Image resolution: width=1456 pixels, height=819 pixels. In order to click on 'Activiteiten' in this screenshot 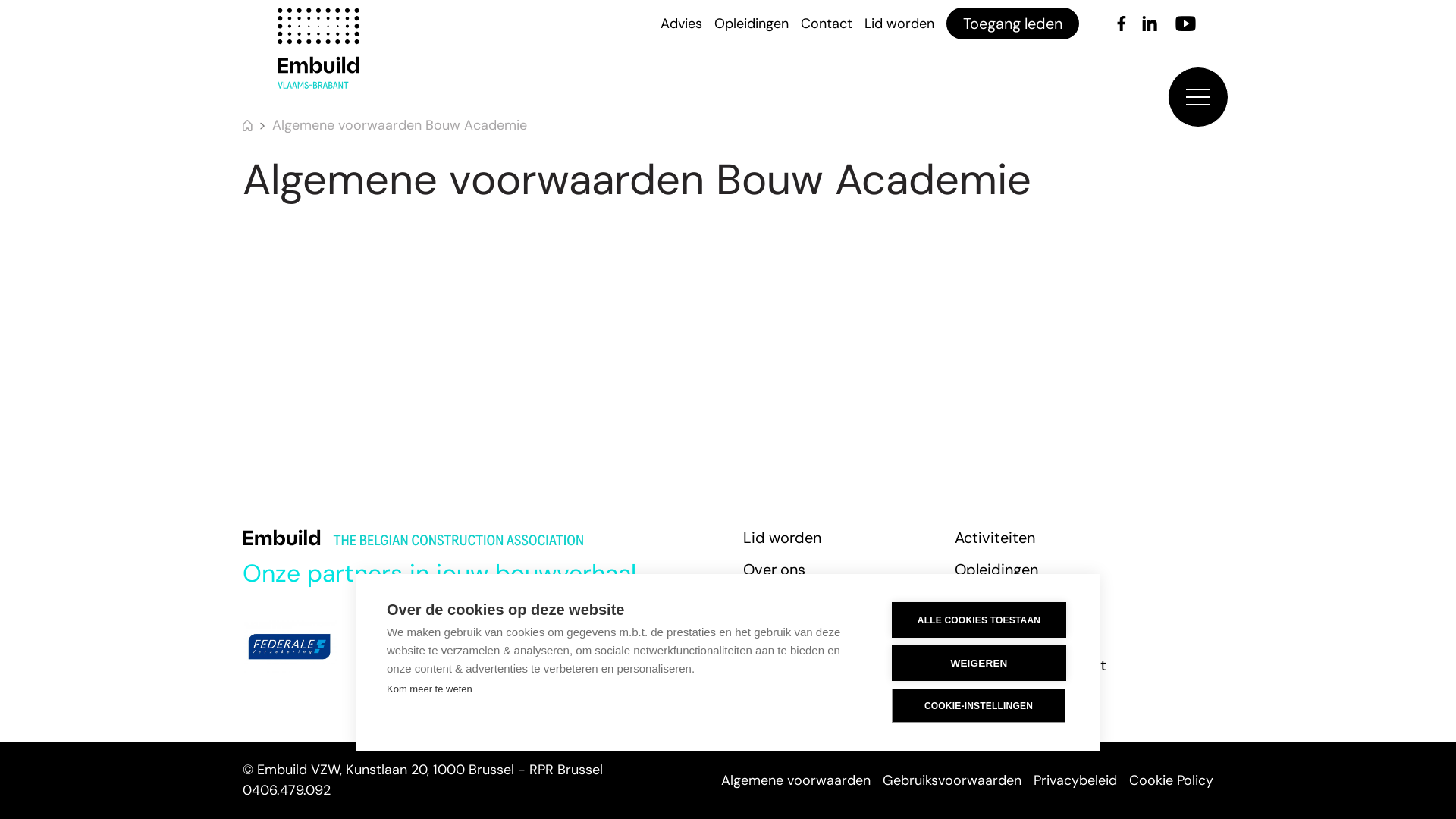, I will do `click(953, 537)`.